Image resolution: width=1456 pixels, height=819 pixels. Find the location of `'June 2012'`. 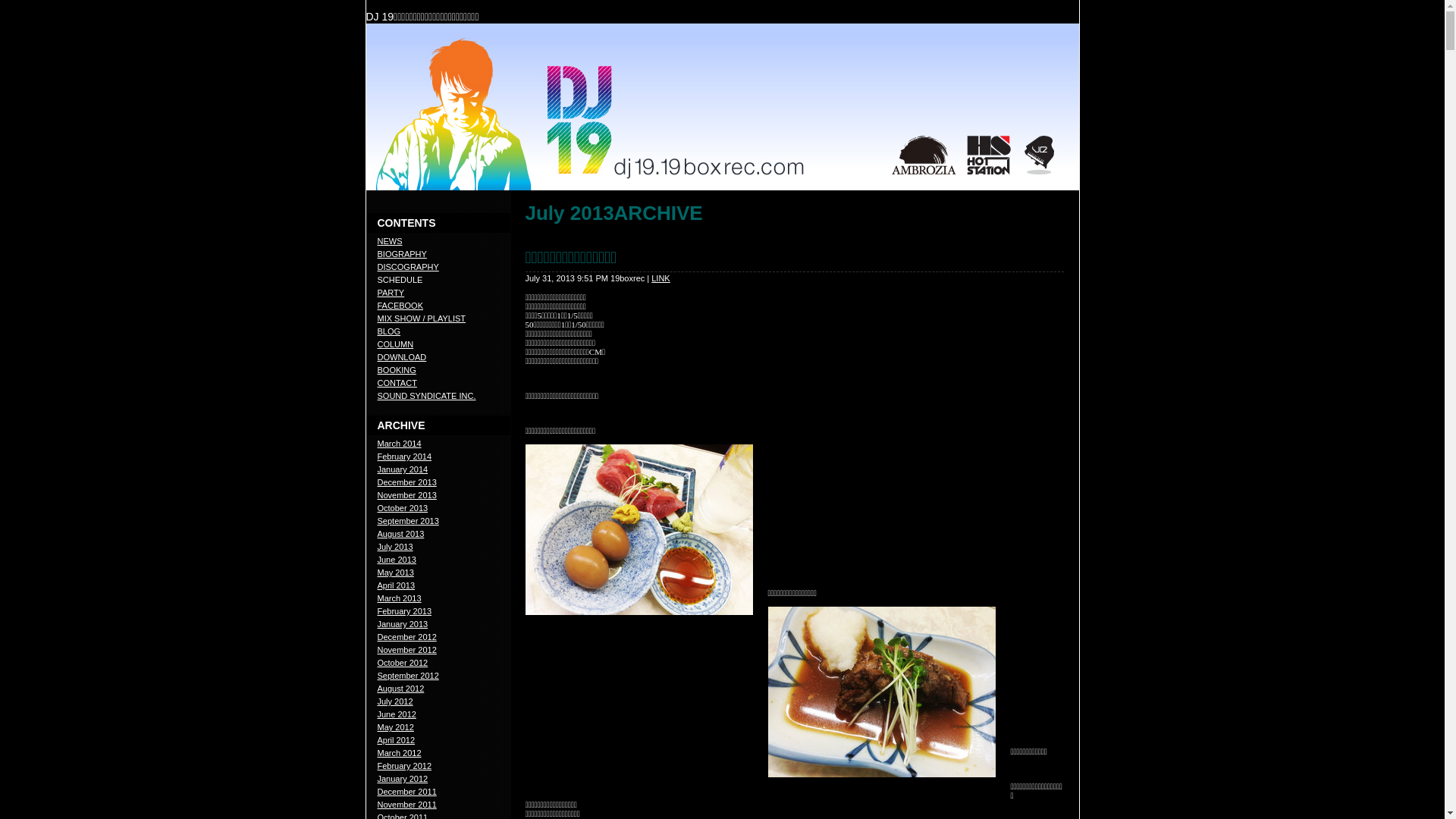

'June 2012' is located at coordinates (397, 714).